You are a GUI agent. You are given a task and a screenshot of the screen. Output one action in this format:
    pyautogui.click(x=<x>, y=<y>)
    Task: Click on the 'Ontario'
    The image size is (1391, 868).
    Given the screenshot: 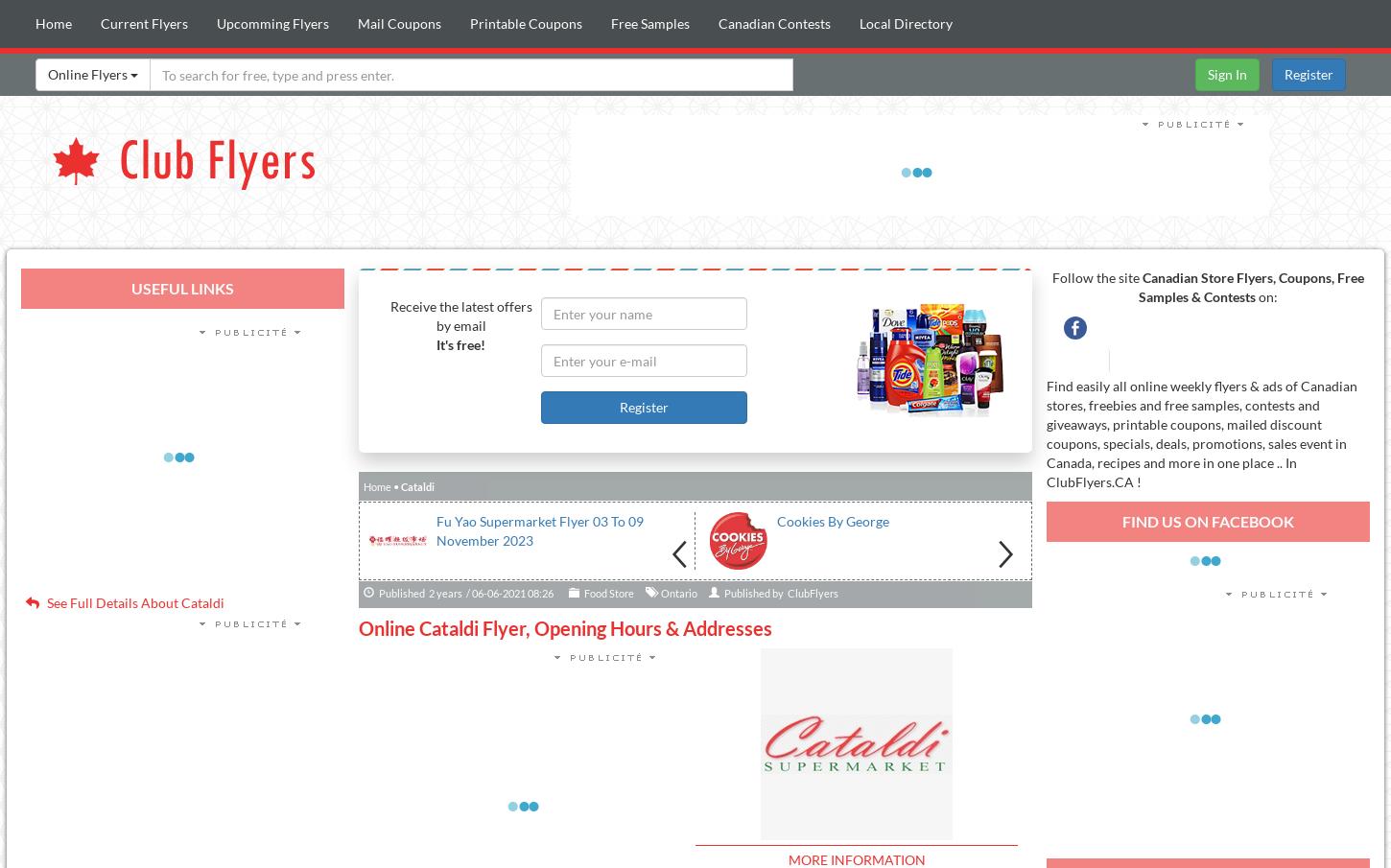 What is the action you would take?
    pyautogui.click(x=677, y=592)
    